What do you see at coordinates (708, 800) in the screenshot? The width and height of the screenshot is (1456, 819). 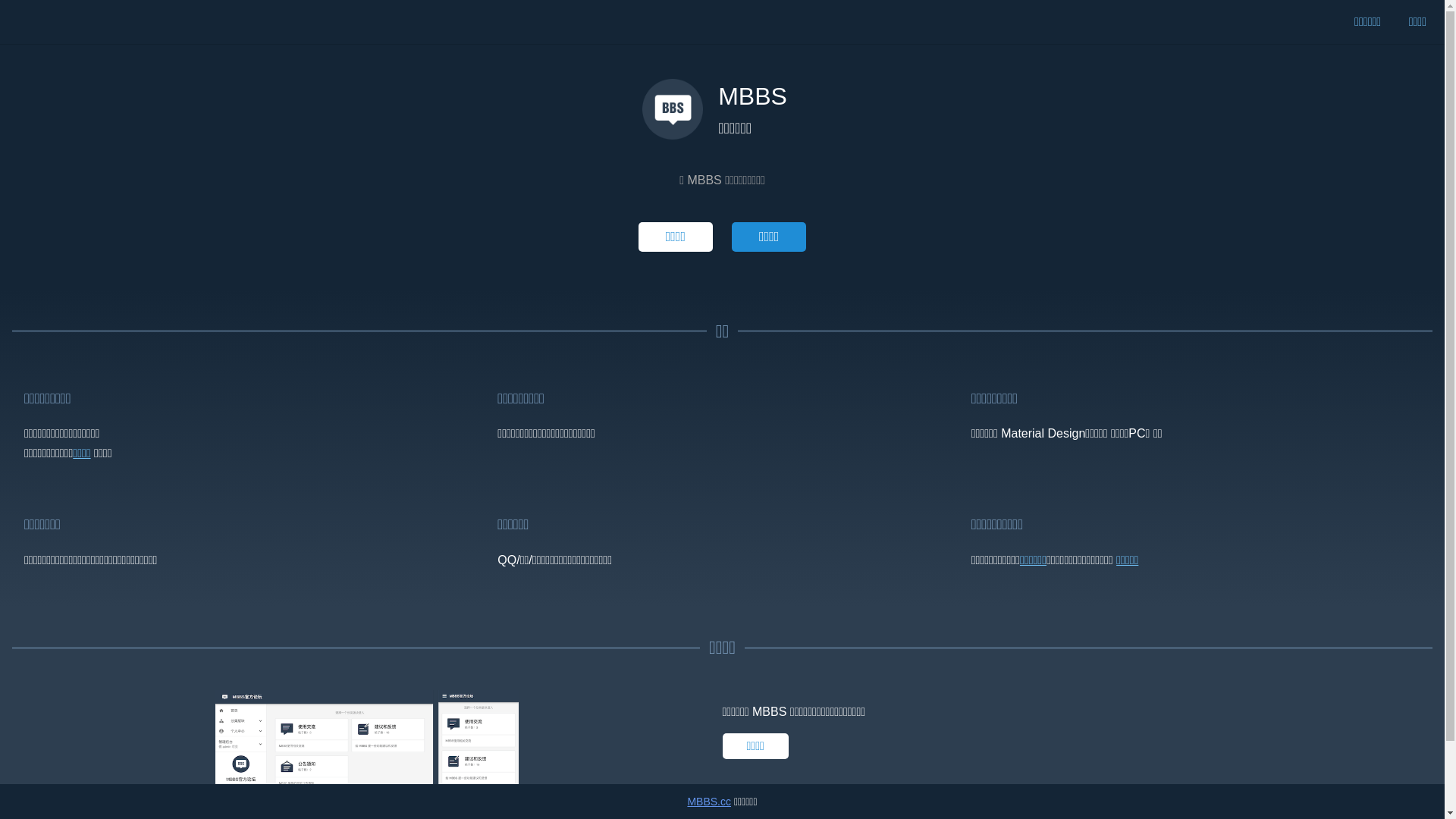 I see `'MBBS.cc'` at bounding box center [708, 800].